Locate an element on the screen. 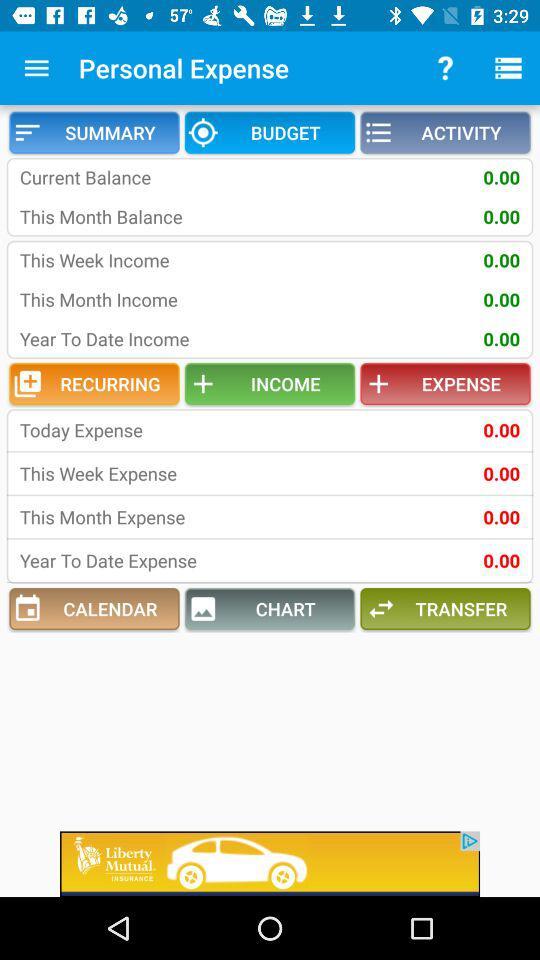  item above current balance icon is located at coordinates (270, 131).